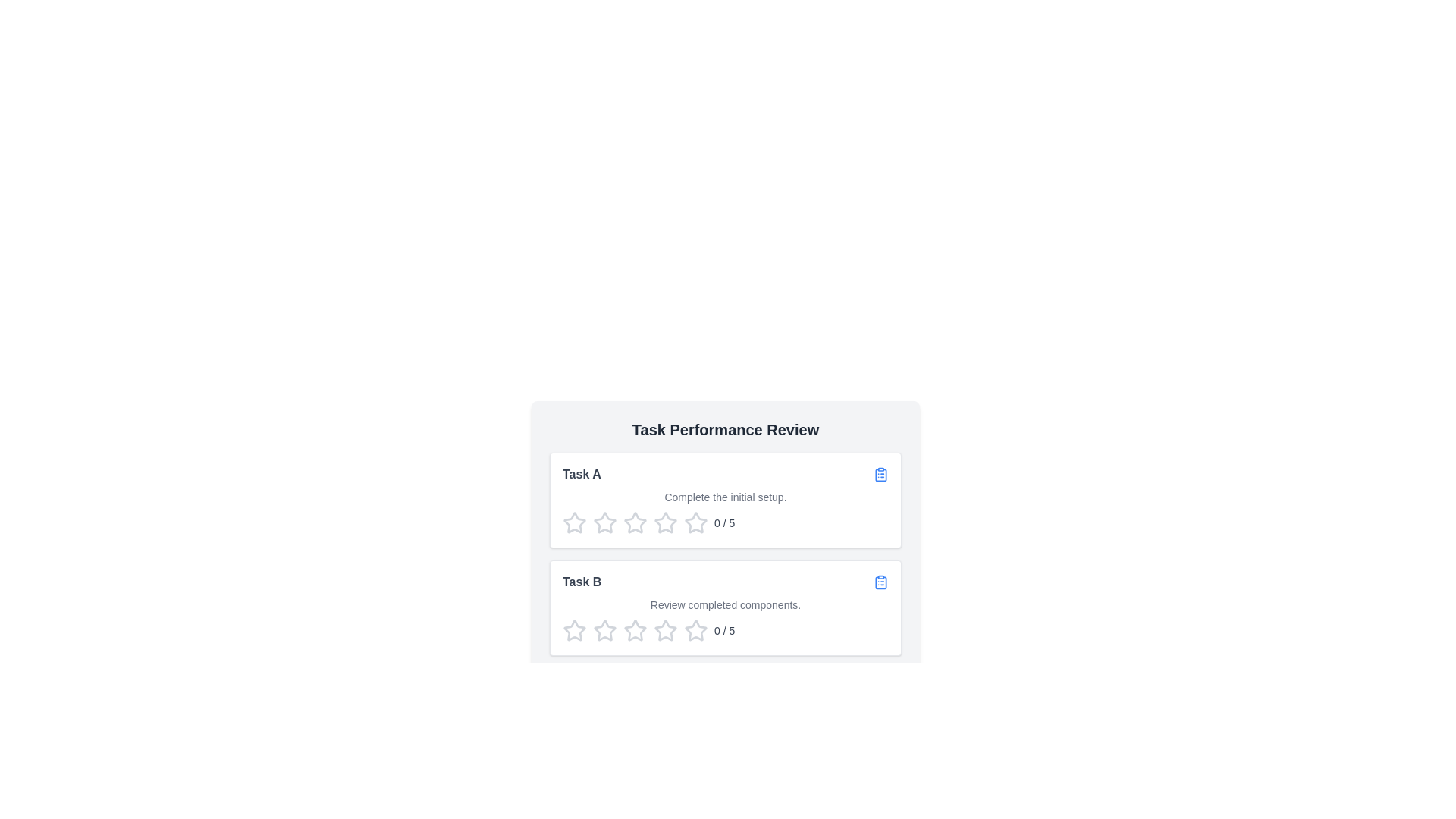 The width and height of the screenshot is (1456, 819). What do you see at coordinates (635, 630) in the screenshot?
I see `the second star-shaped icon` at bounding box center [635, 630].